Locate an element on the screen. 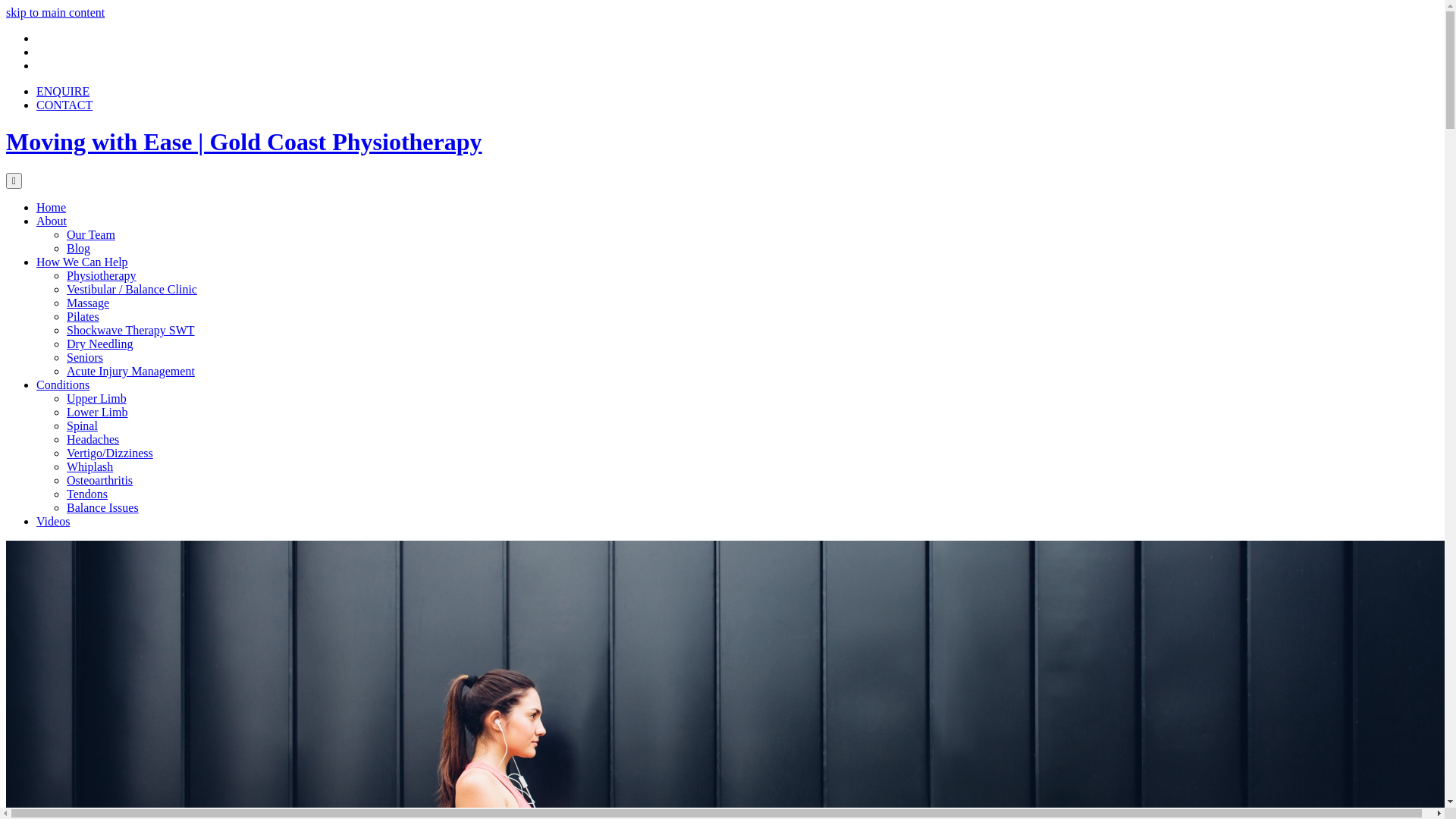 The width and height of the screenshot is (1456, 819). 'Massage' is located at coordinates (86, 303).